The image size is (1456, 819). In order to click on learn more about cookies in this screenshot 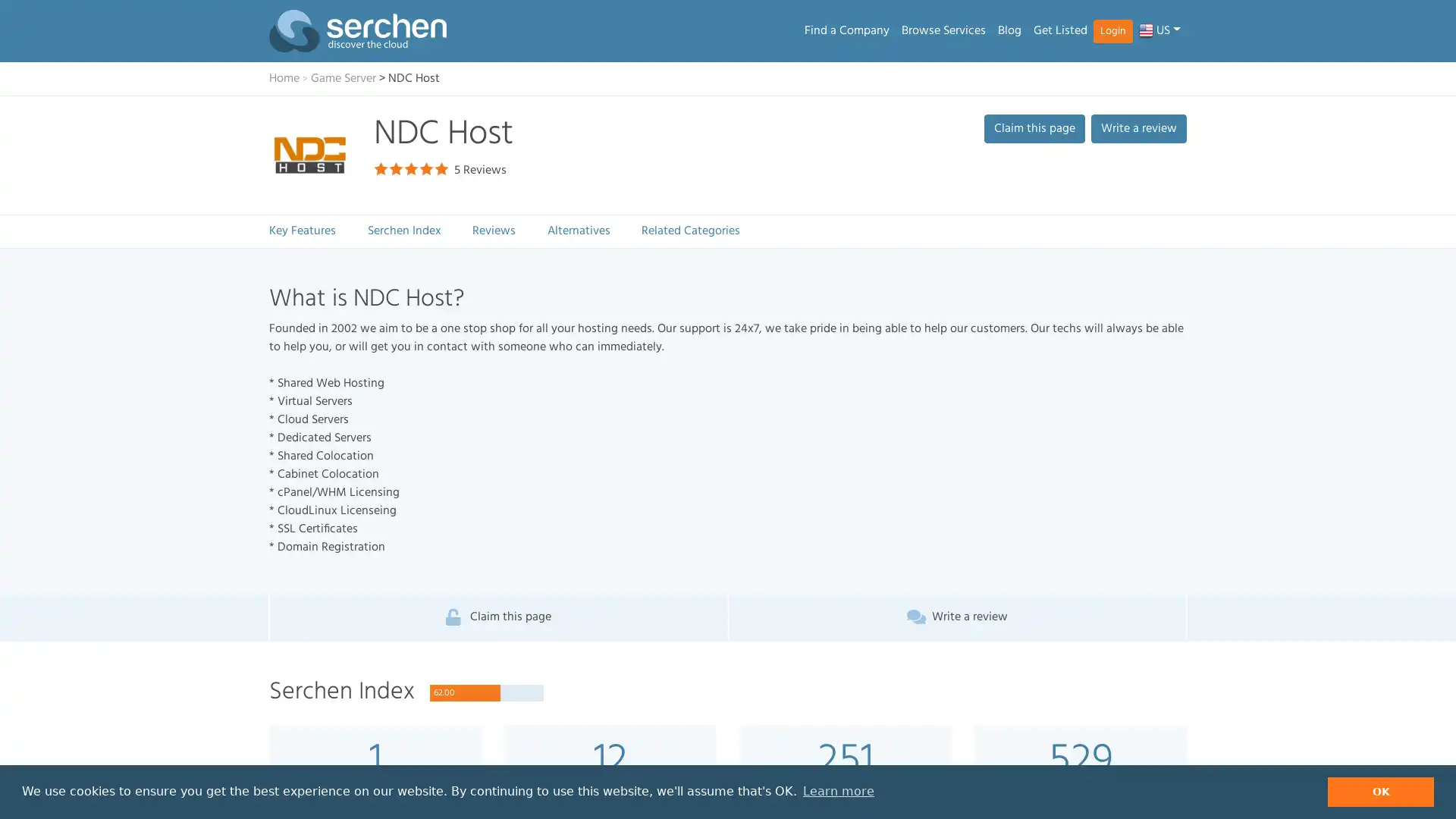, I will do `click(837, 791)`.